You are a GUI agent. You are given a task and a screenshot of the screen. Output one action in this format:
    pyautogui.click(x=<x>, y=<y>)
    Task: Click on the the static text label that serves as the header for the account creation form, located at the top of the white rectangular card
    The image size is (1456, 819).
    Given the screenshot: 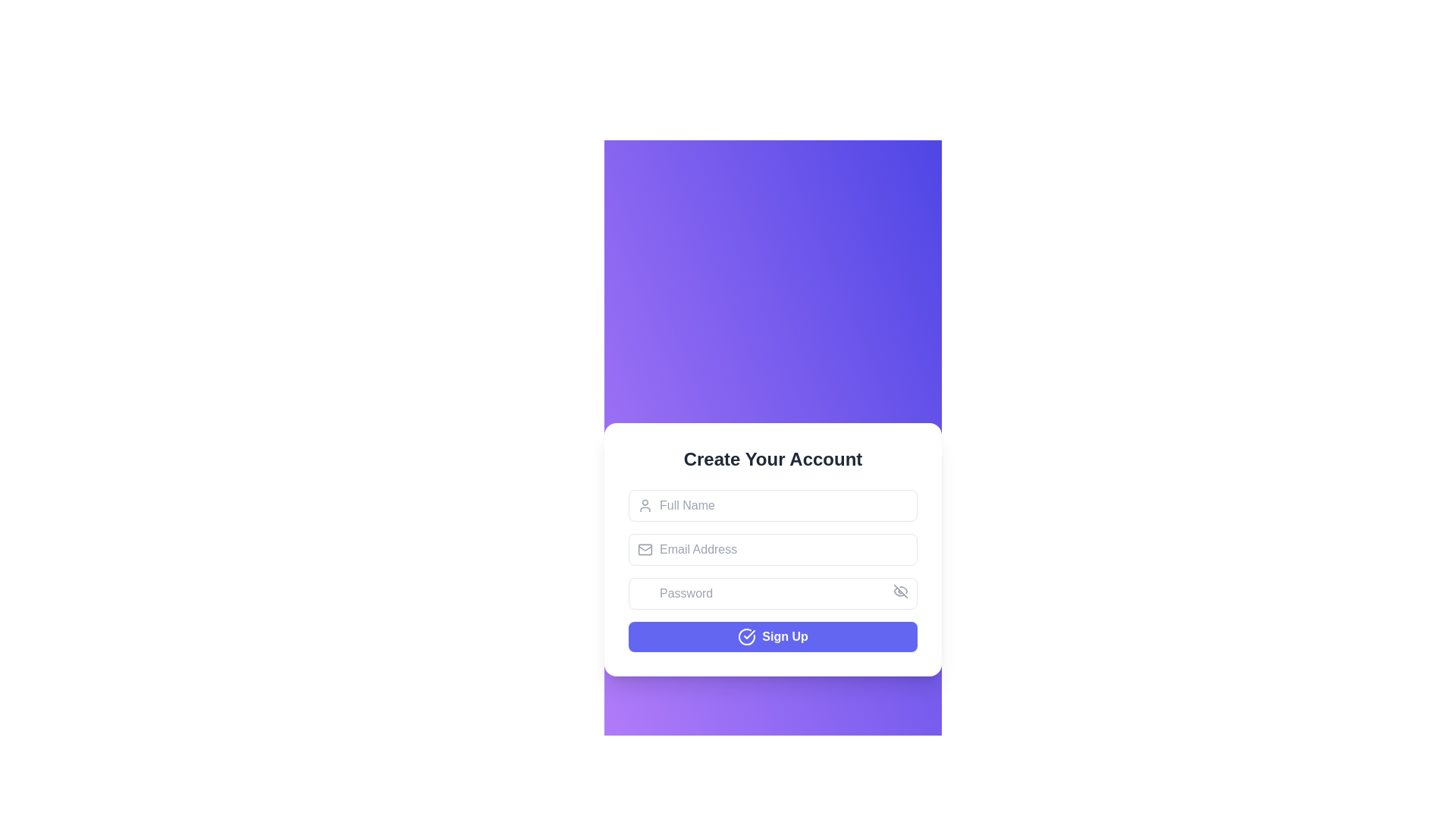 What is the action you would take?
    pyautogui.click(x=773, y=458)
    